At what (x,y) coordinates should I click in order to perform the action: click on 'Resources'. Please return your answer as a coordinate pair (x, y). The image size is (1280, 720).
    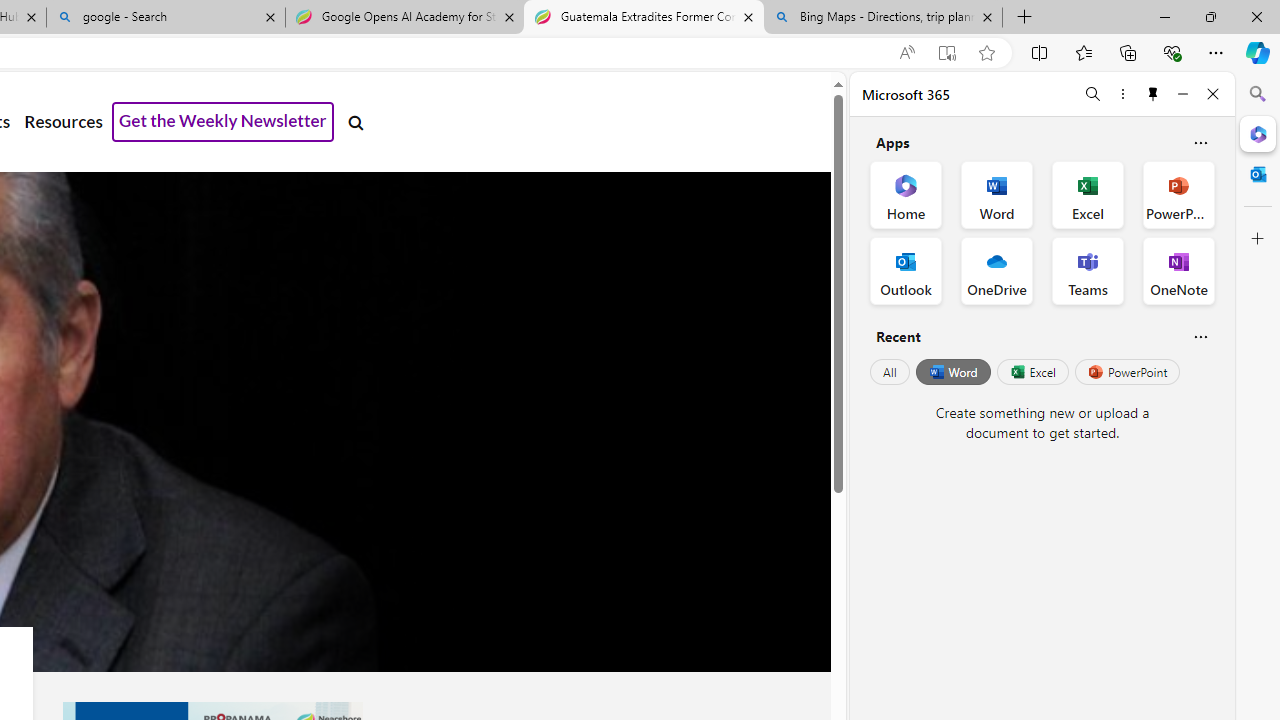
    Looking at the image, I should click on (63, 122).